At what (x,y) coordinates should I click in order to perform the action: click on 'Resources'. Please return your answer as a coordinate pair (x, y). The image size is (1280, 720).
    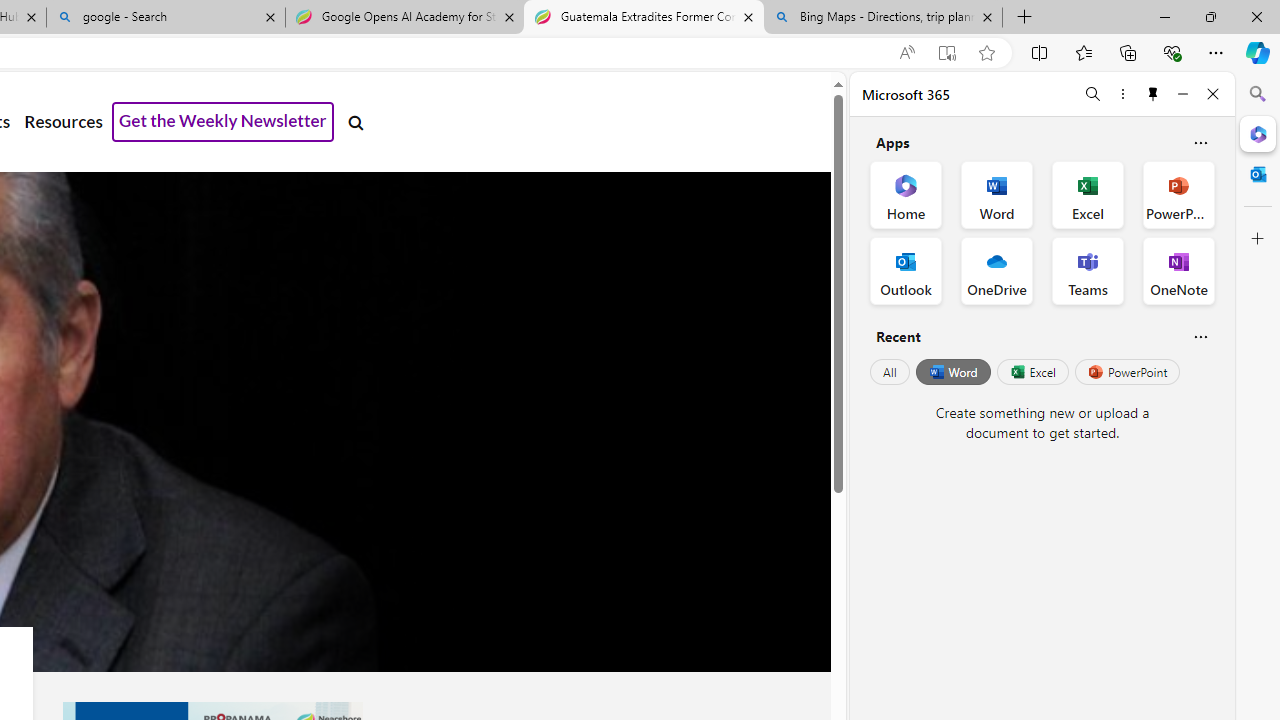
    Looking at the image, I should click on (63, 122).